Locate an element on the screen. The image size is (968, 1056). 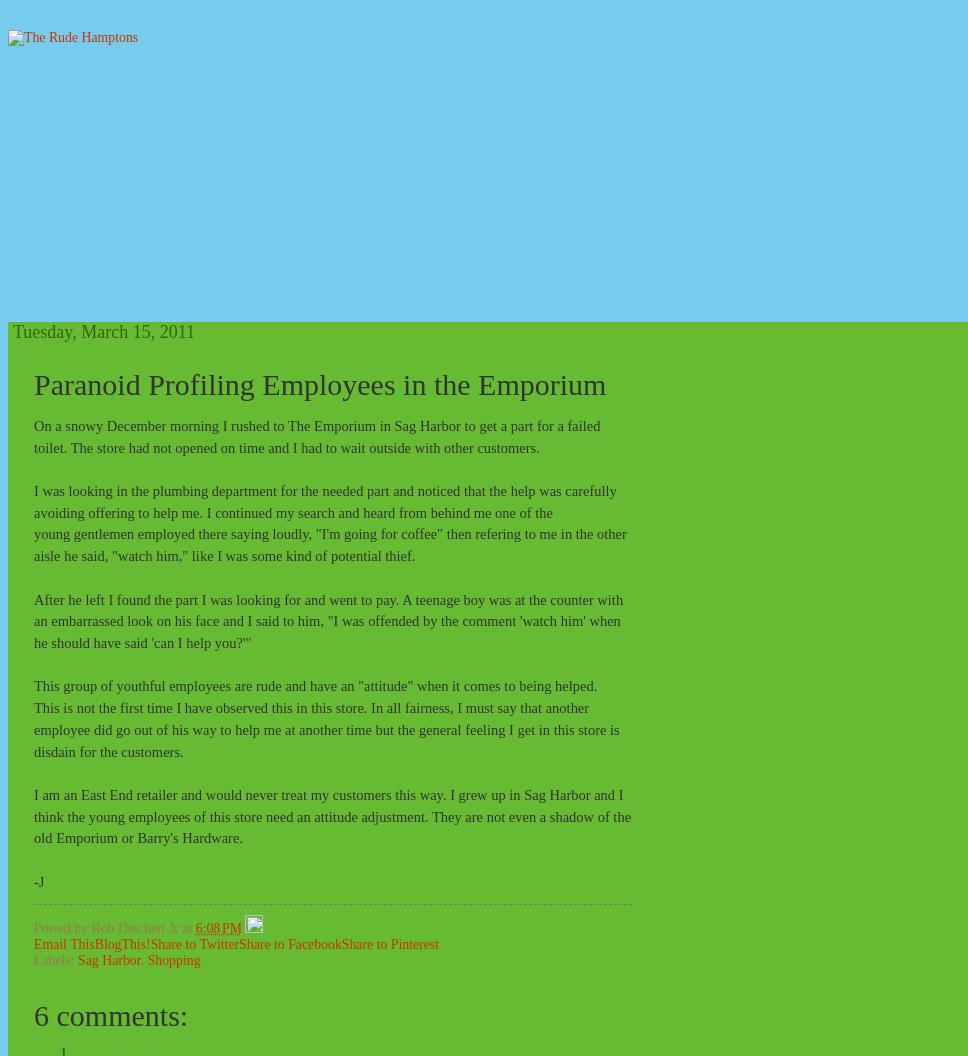
'Share to Twitter' is located at coordinates (194, 943).